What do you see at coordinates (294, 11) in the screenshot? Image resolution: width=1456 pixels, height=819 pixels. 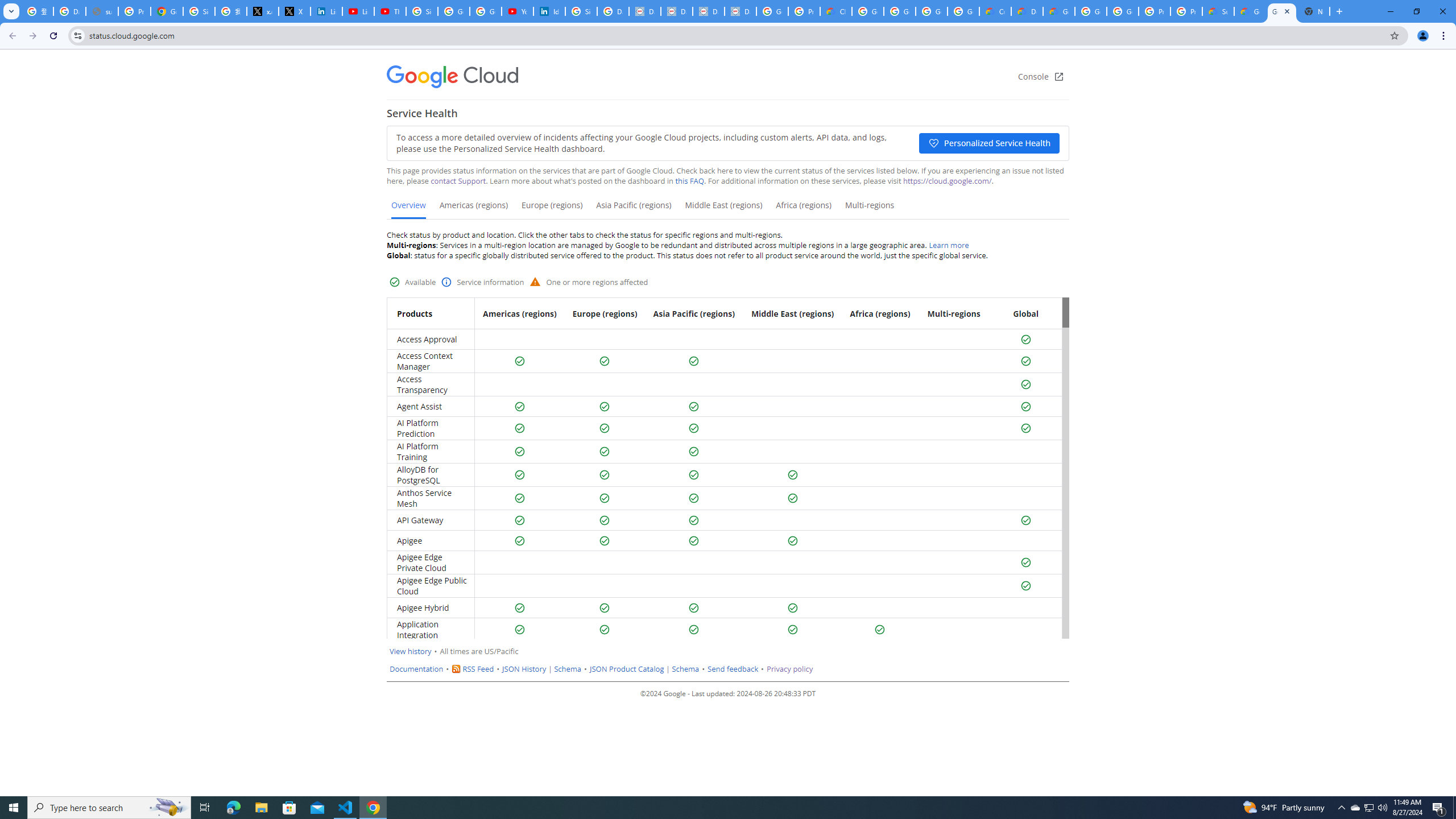 I see `'X'` at bounding box center [294, 11].